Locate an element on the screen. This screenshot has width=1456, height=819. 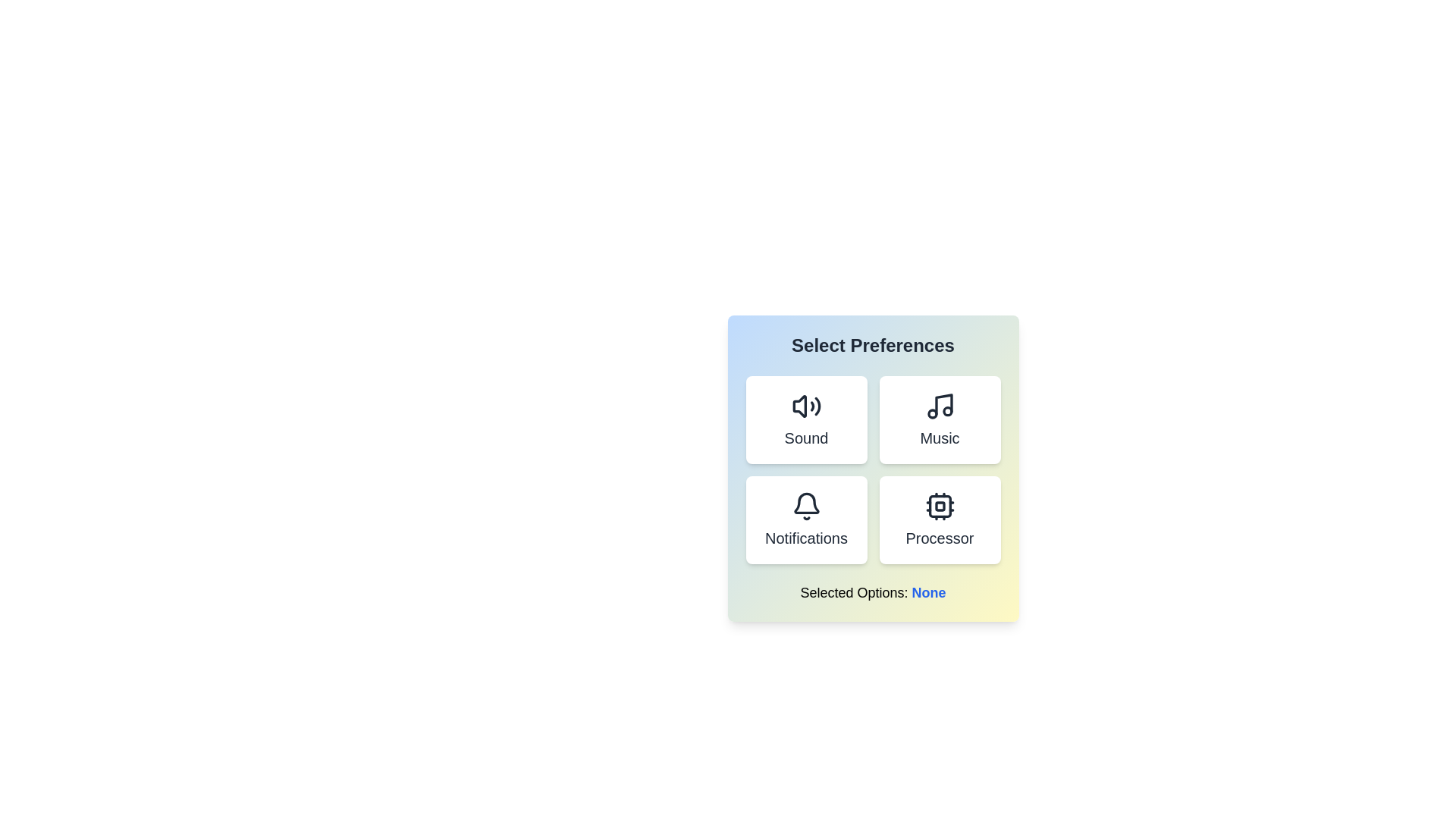
the preference Sound is located at coordinates (805, 420).